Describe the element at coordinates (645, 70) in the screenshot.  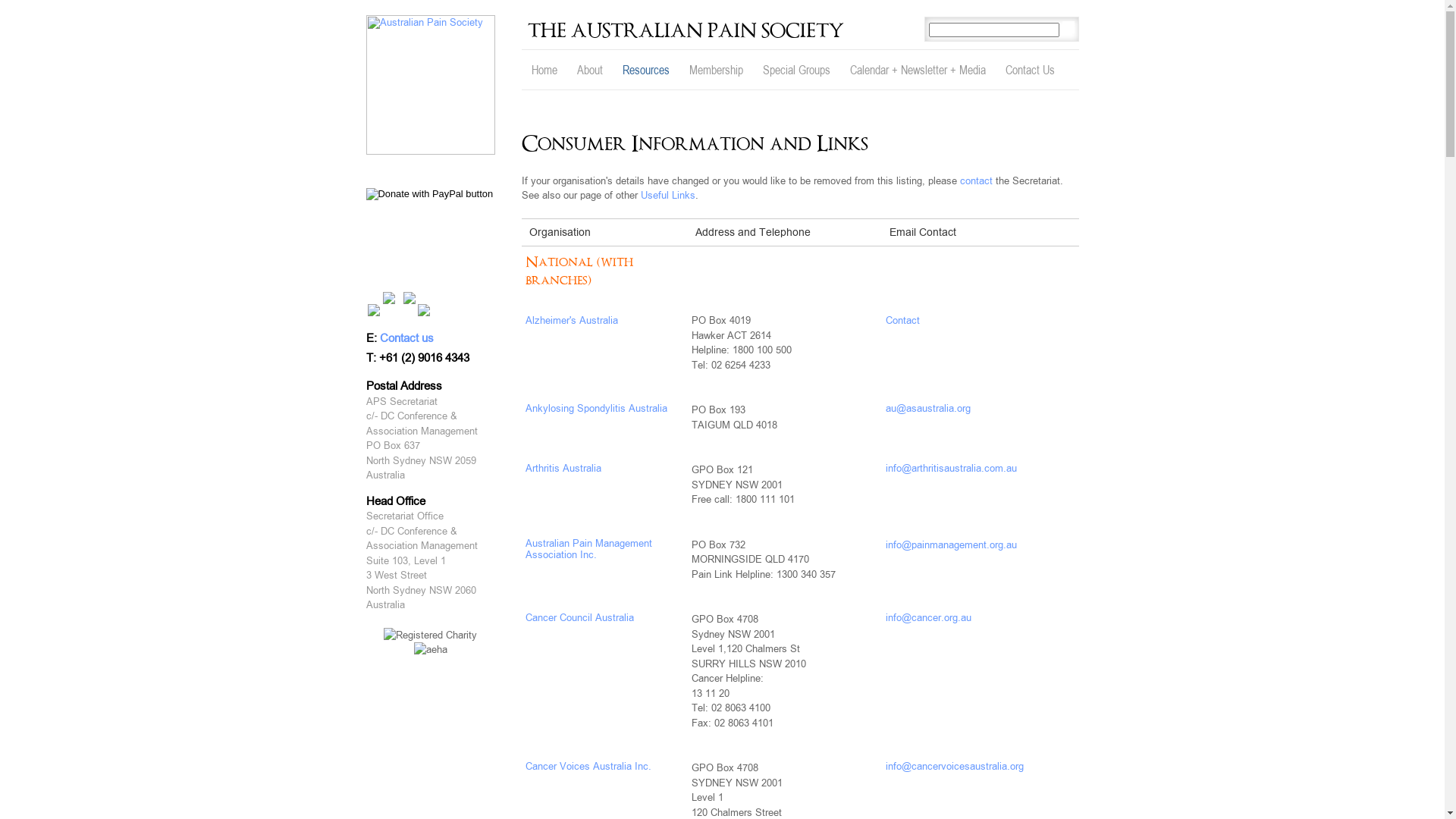
I see `'Resources'` at that location.